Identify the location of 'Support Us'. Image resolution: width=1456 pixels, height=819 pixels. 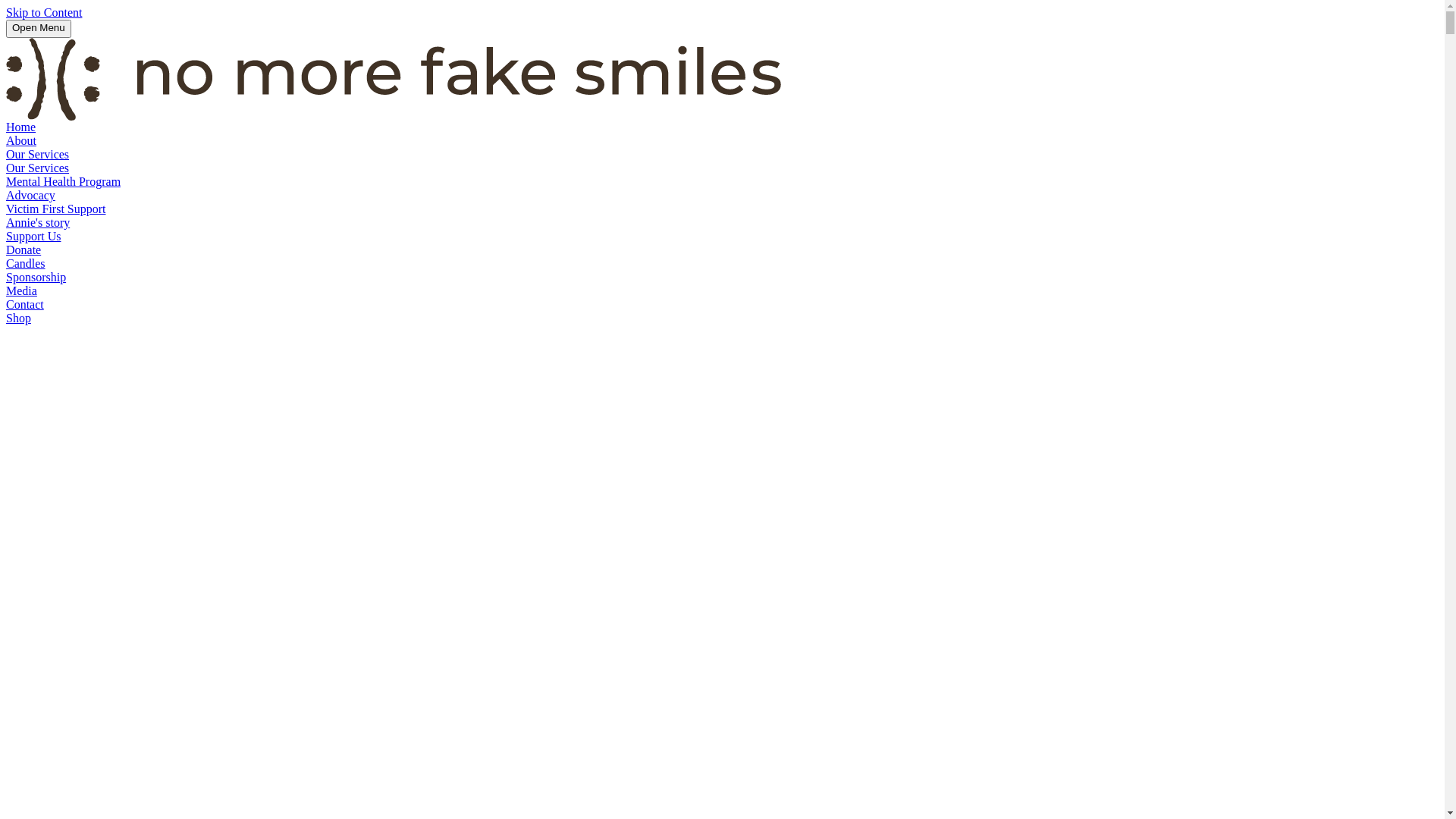
(33, 236).